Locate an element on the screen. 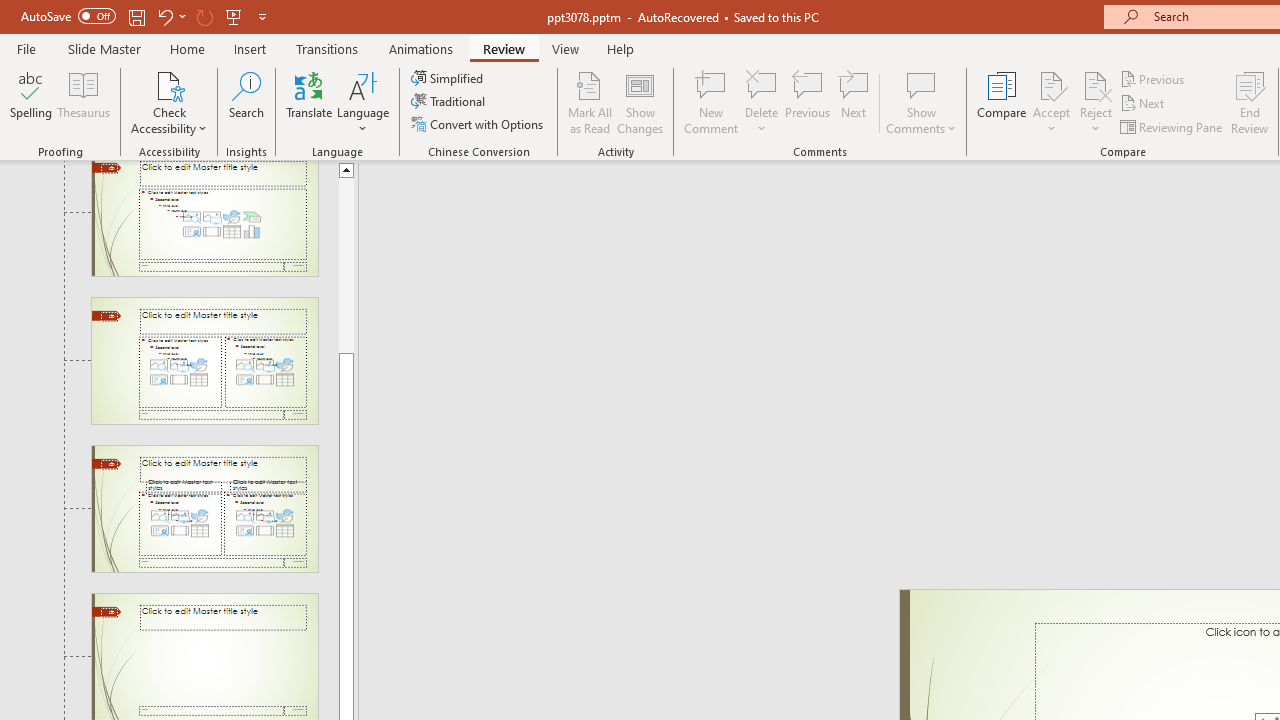 This screenshot has width=1280, height=720. 'Reject Change' is located at coordinates (1095, 84).